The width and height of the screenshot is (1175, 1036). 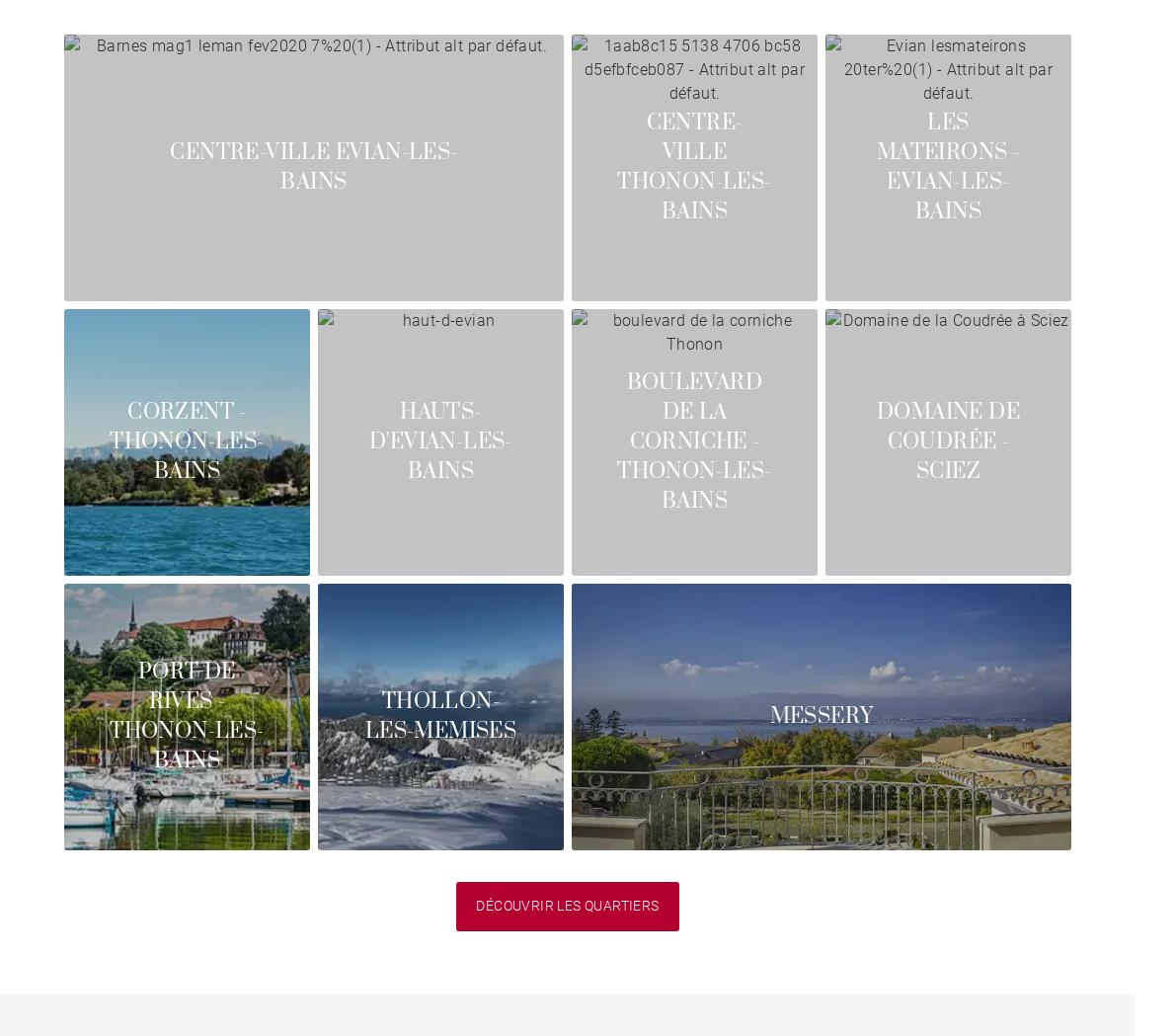 I want to click on 'DÉCOUVRIR LES QUARTIERS', so click(x=475, y=905).